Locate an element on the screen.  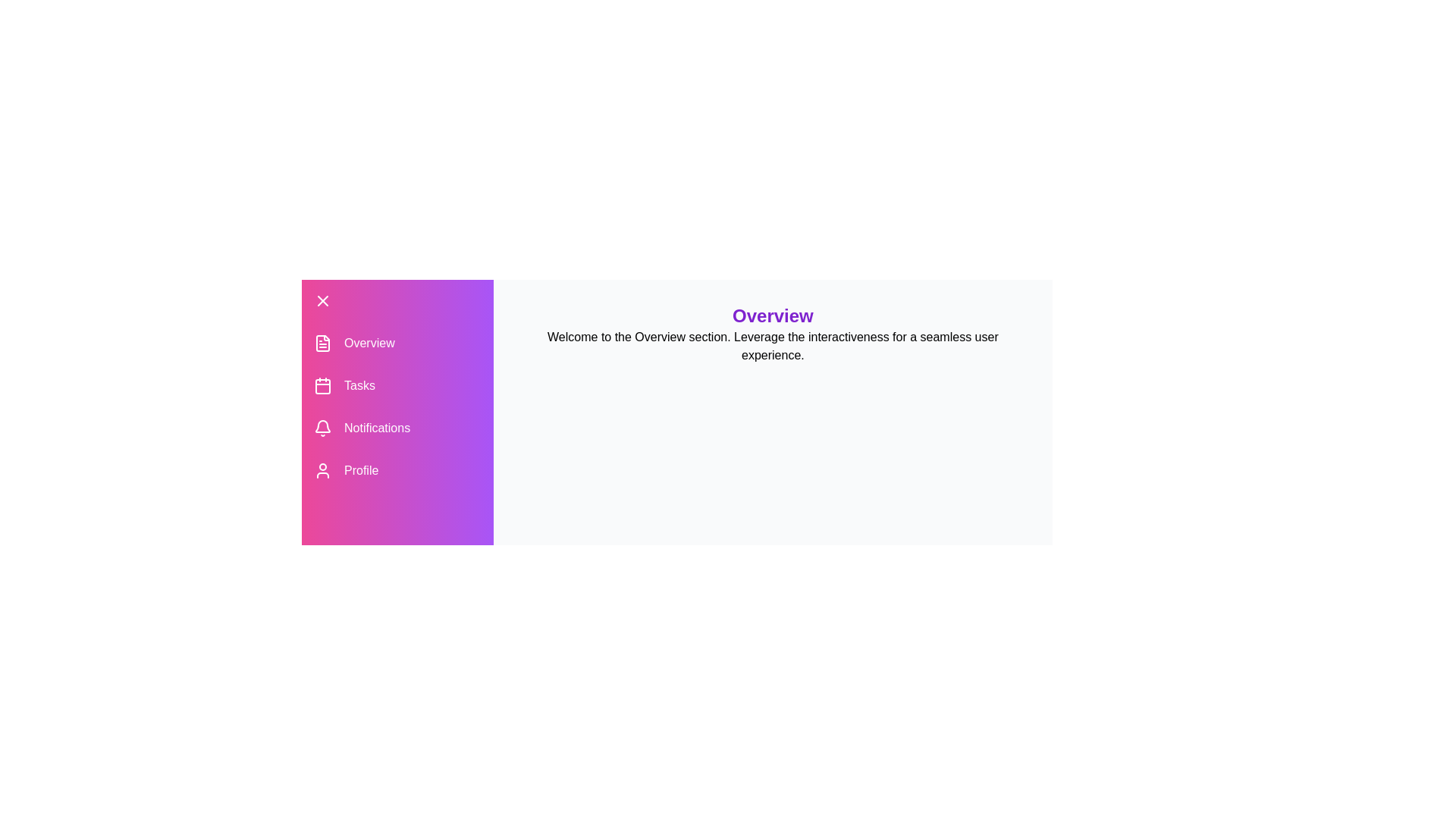
the menu button at the top left corner of the drawer to toggle its state is located at coordinates (397, 301).